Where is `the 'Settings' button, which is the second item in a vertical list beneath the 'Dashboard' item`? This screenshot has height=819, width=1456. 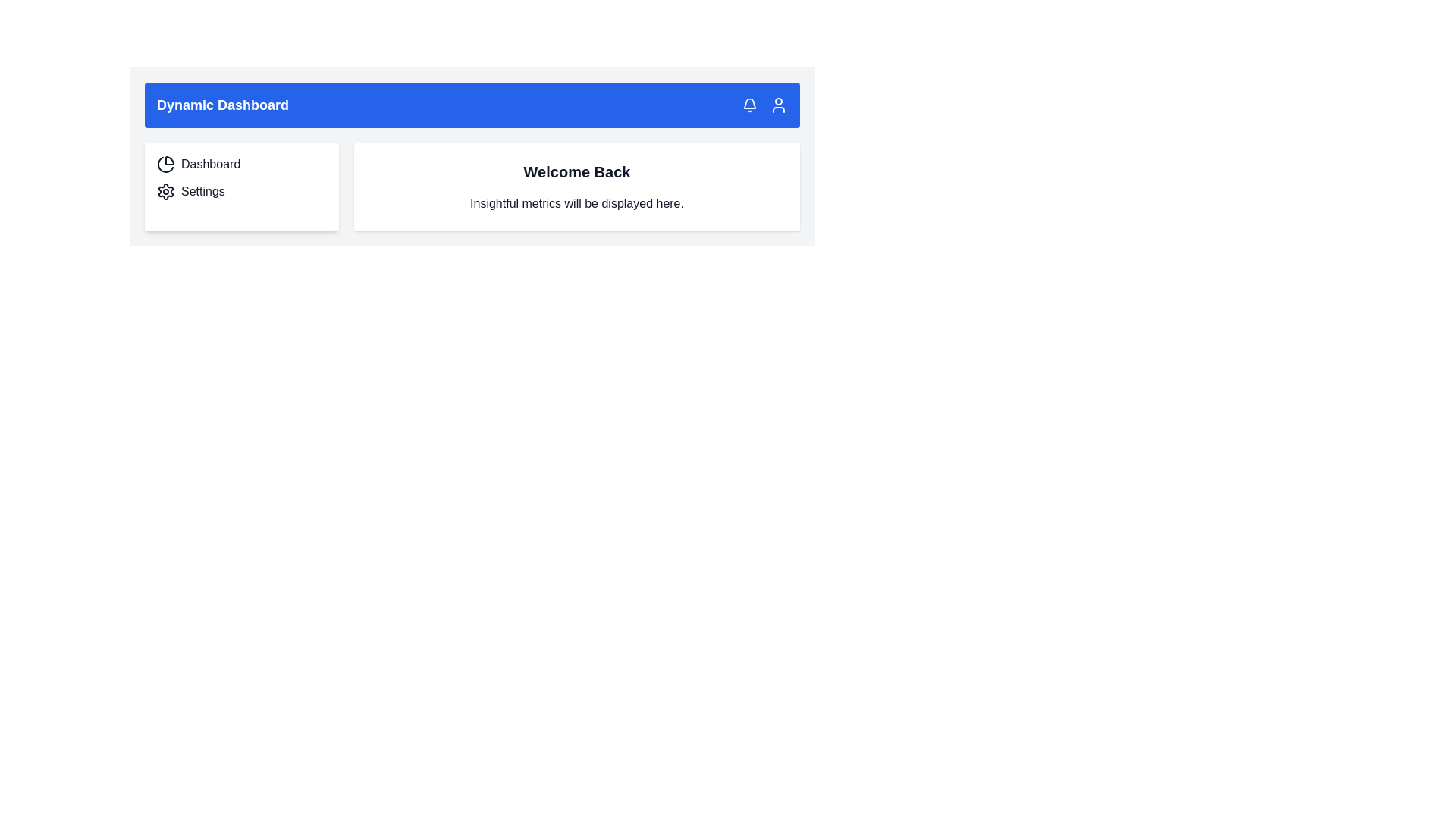 the 'Settings' button, which is the second item in a vertical list beneath the 'Dashboard' item is located at coordinates (240, 191).